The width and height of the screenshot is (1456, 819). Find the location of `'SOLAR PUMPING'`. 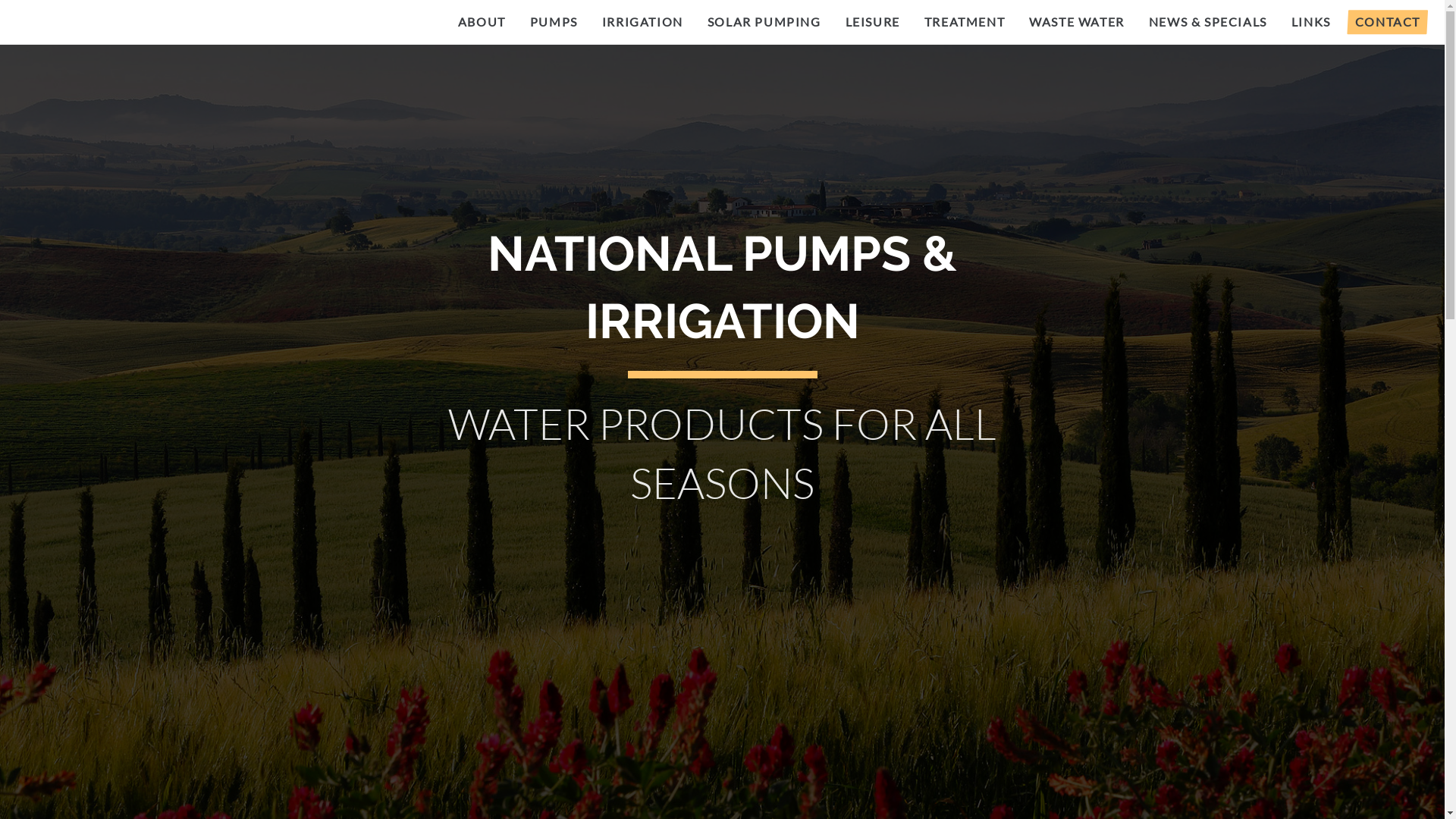

'SOLAR PUMPING' is located at coordinates (694, 22).